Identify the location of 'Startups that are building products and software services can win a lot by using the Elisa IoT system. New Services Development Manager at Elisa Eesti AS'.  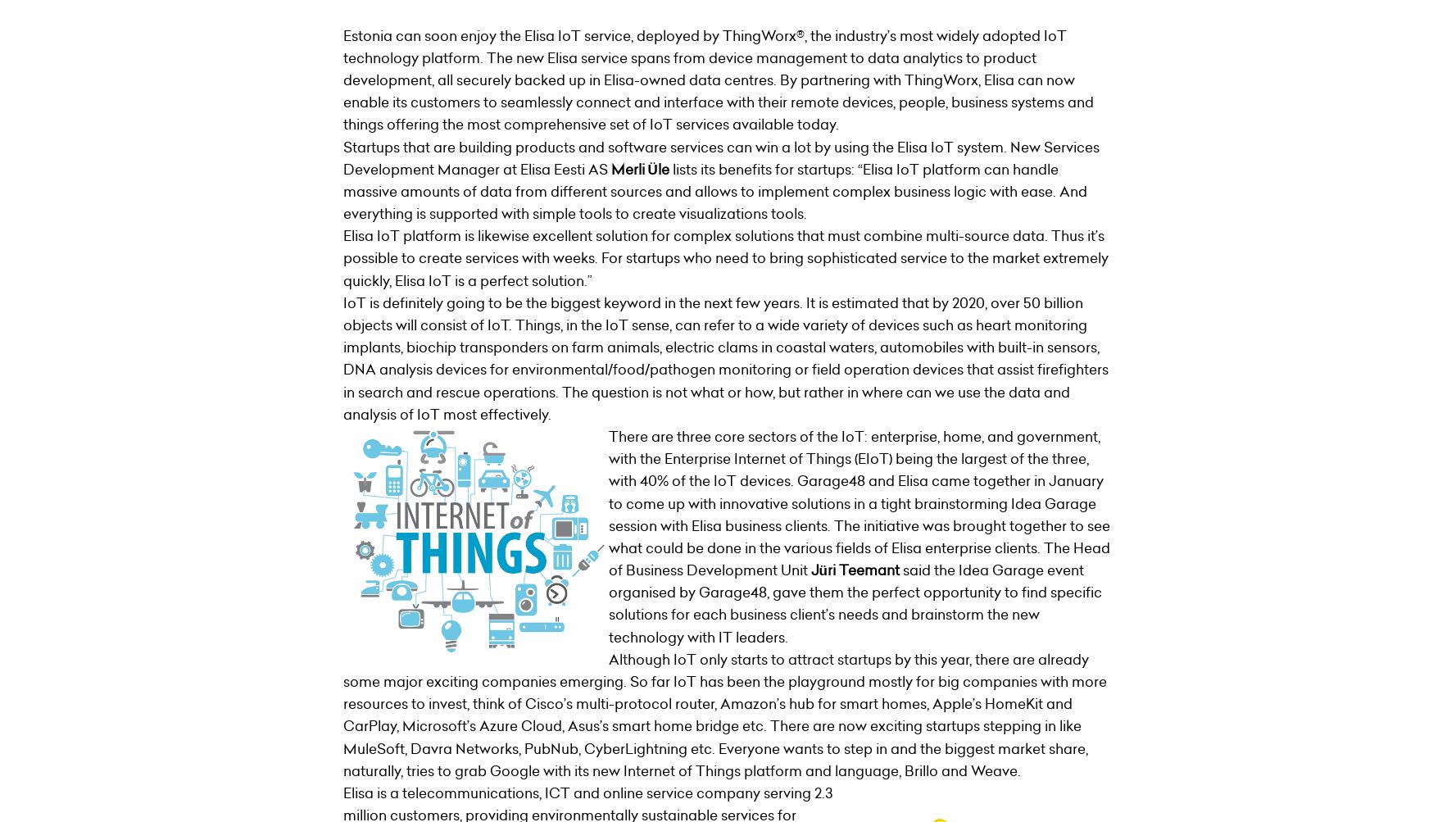
(719, 157).